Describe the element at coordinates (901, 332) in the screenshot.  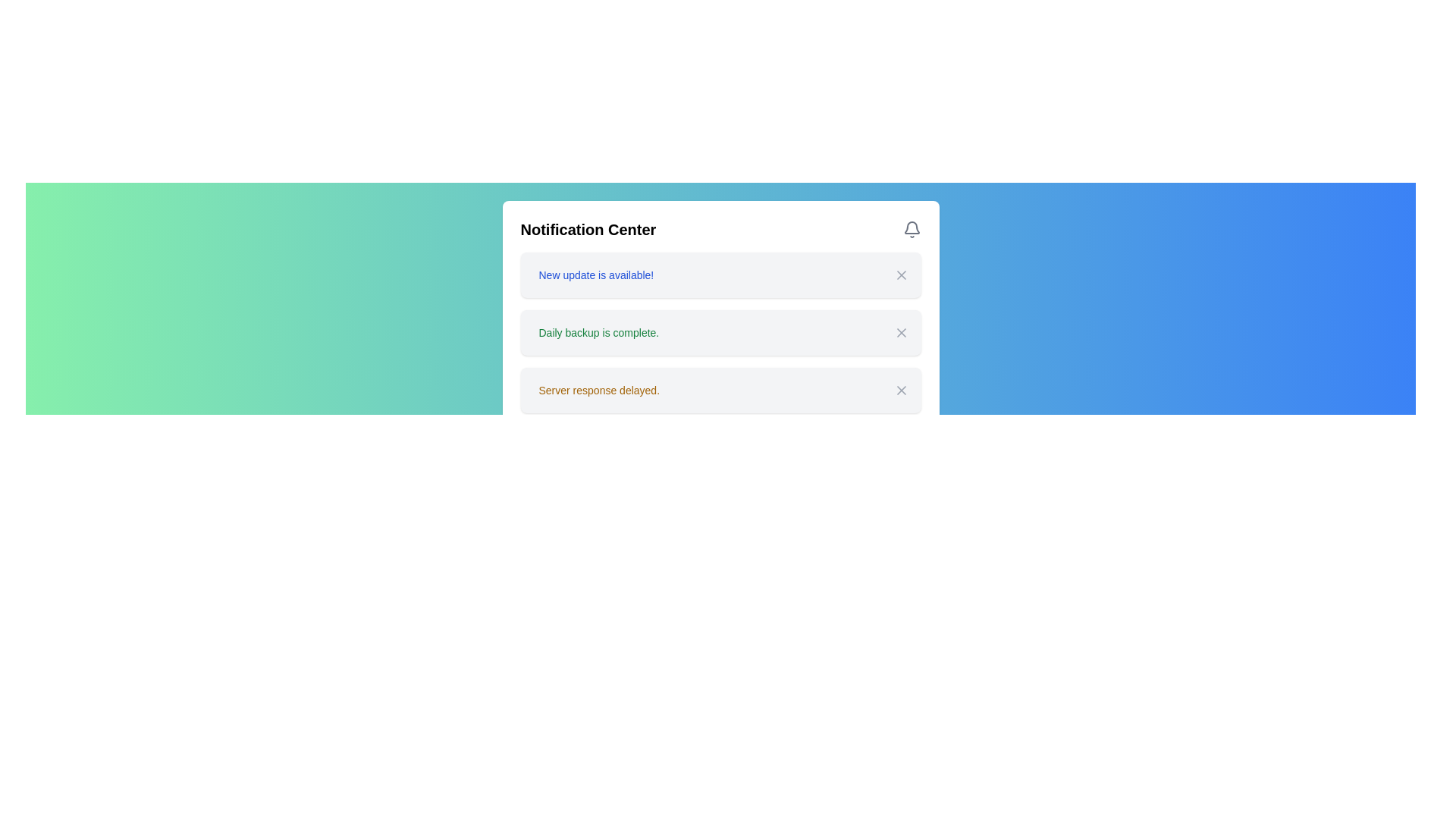
I see `the small square-shaped close button with an 'X' symbol` at that location.